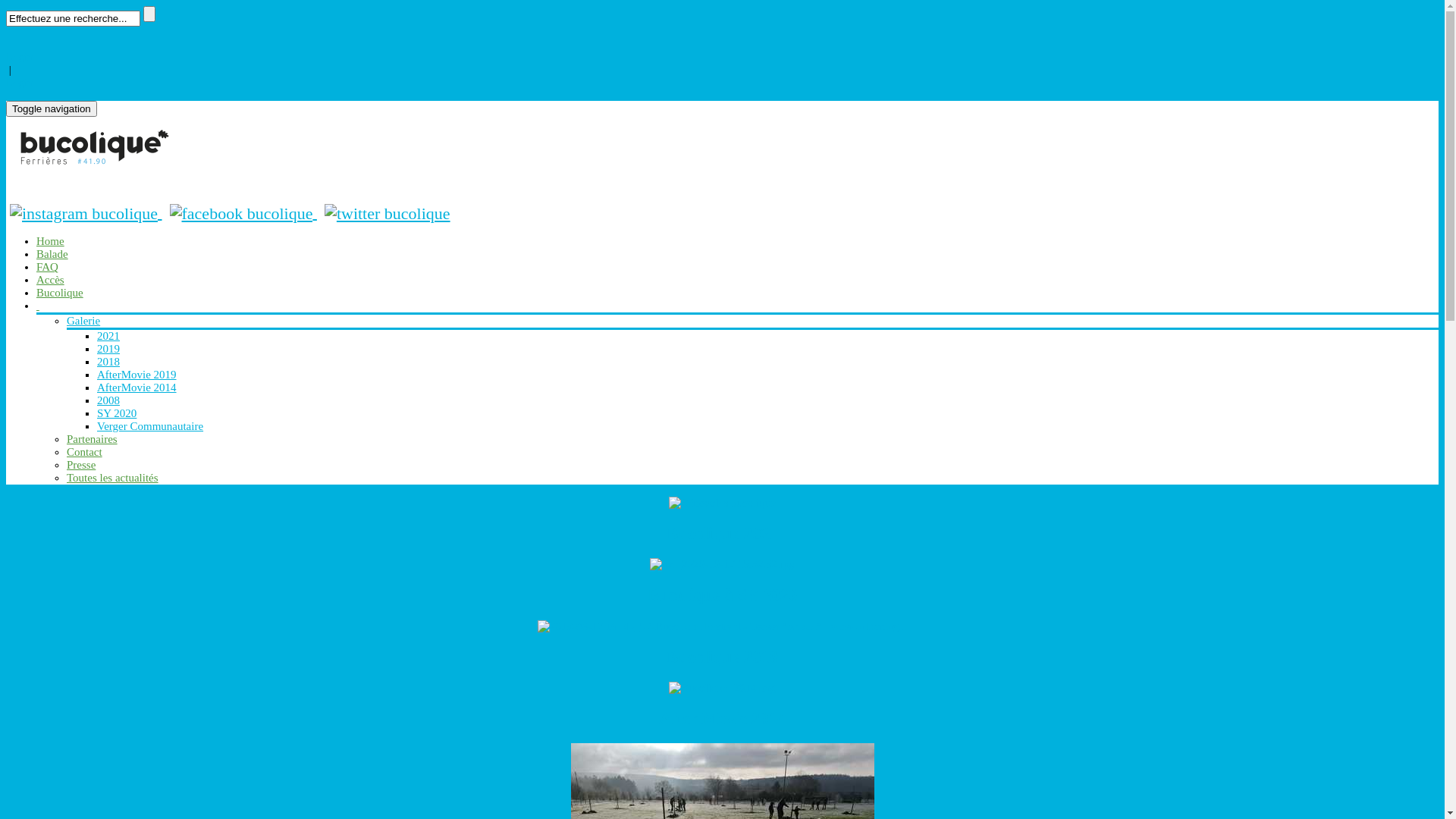 The image size is (1456, 819). Describe the element at coordinates (59, 292) in the screenshot. I see `'Bucolique'` at that location.